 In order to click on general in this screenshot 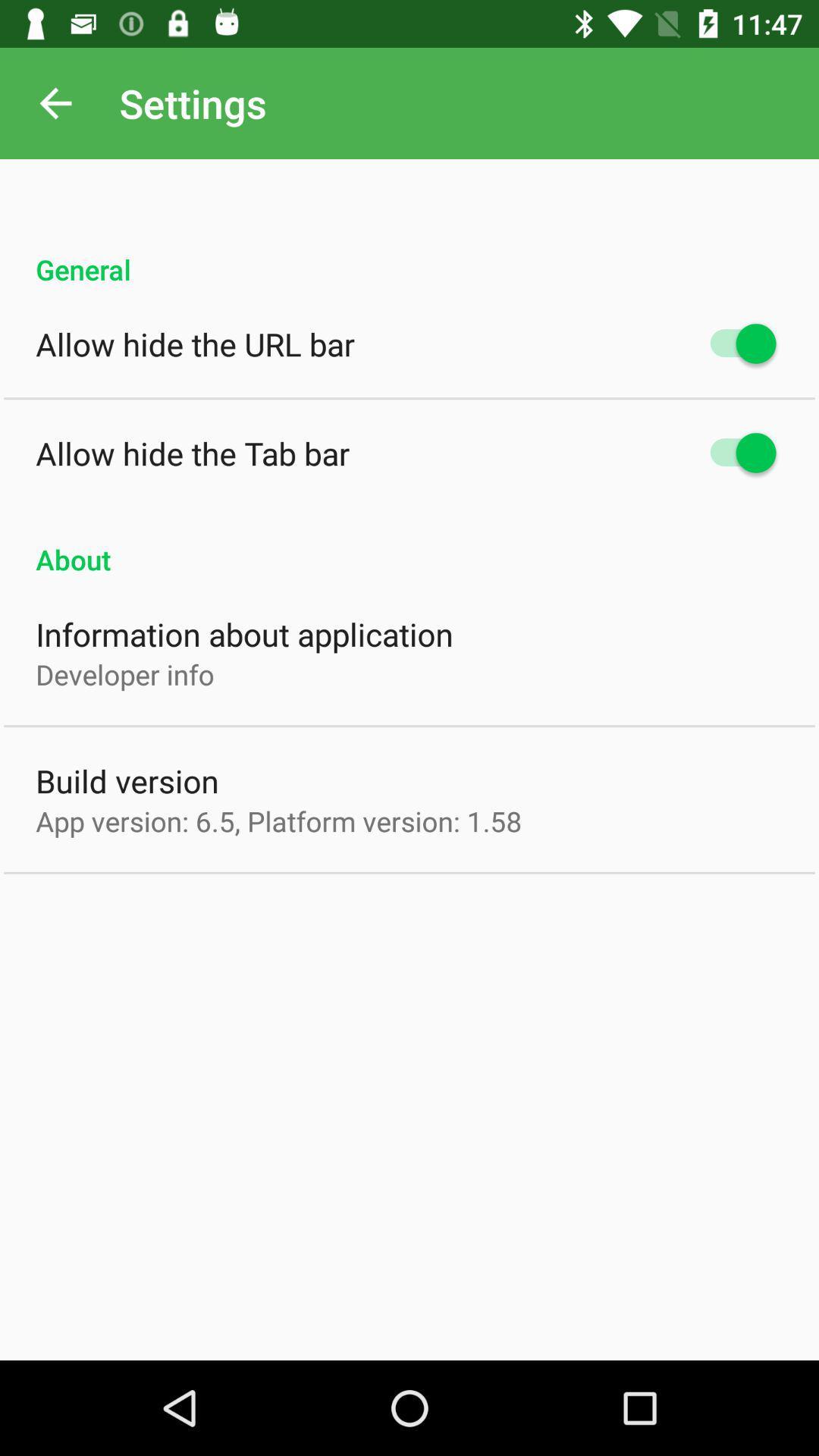, I will do `click(409, 253)`.